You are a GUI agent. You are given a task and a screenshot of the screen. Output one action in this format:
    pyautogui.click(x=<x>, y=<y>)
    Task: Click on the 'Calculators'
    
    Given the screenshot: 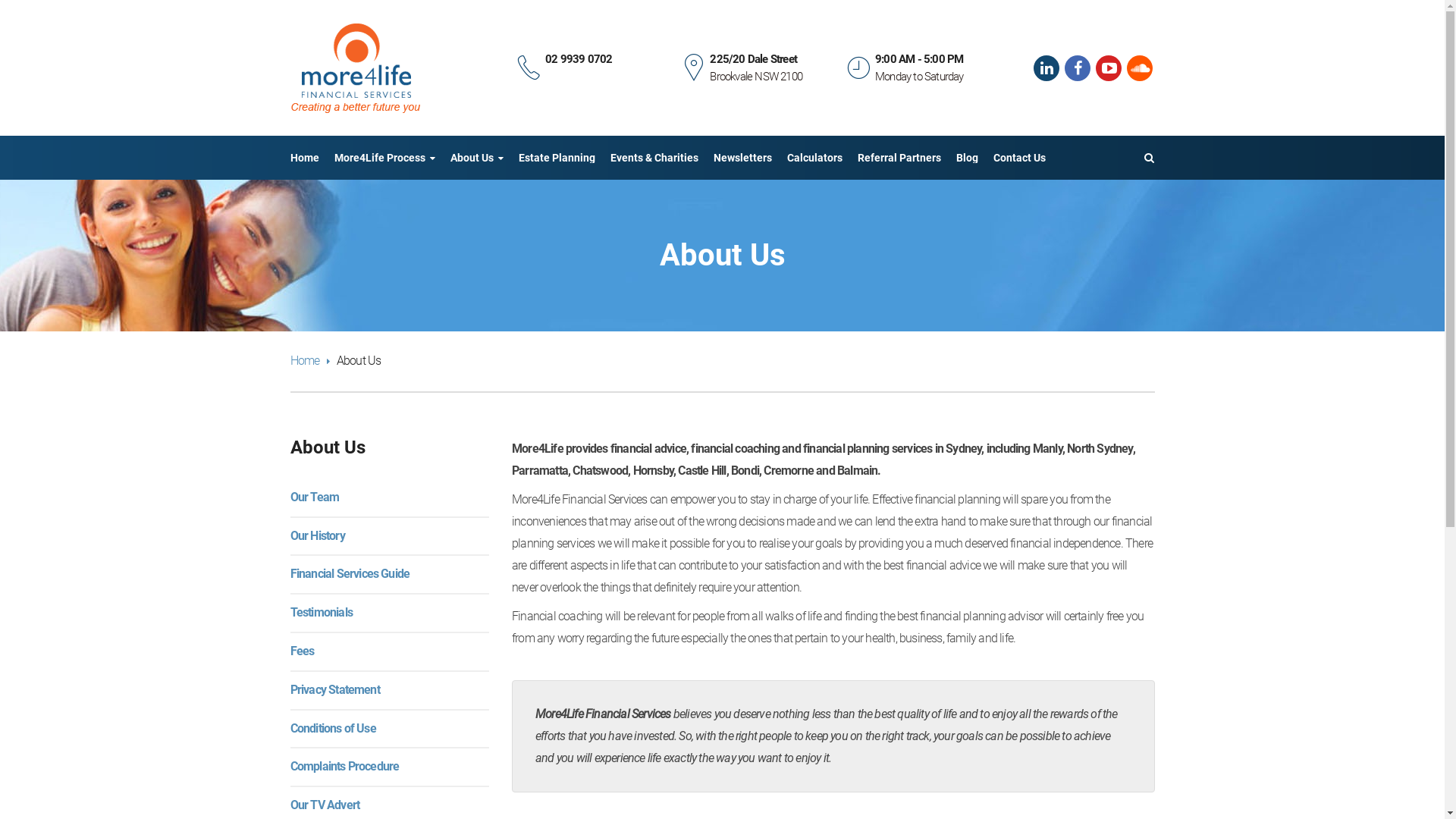 What is the action you would take?
    pyautogui.click(x=814, y=158)
    